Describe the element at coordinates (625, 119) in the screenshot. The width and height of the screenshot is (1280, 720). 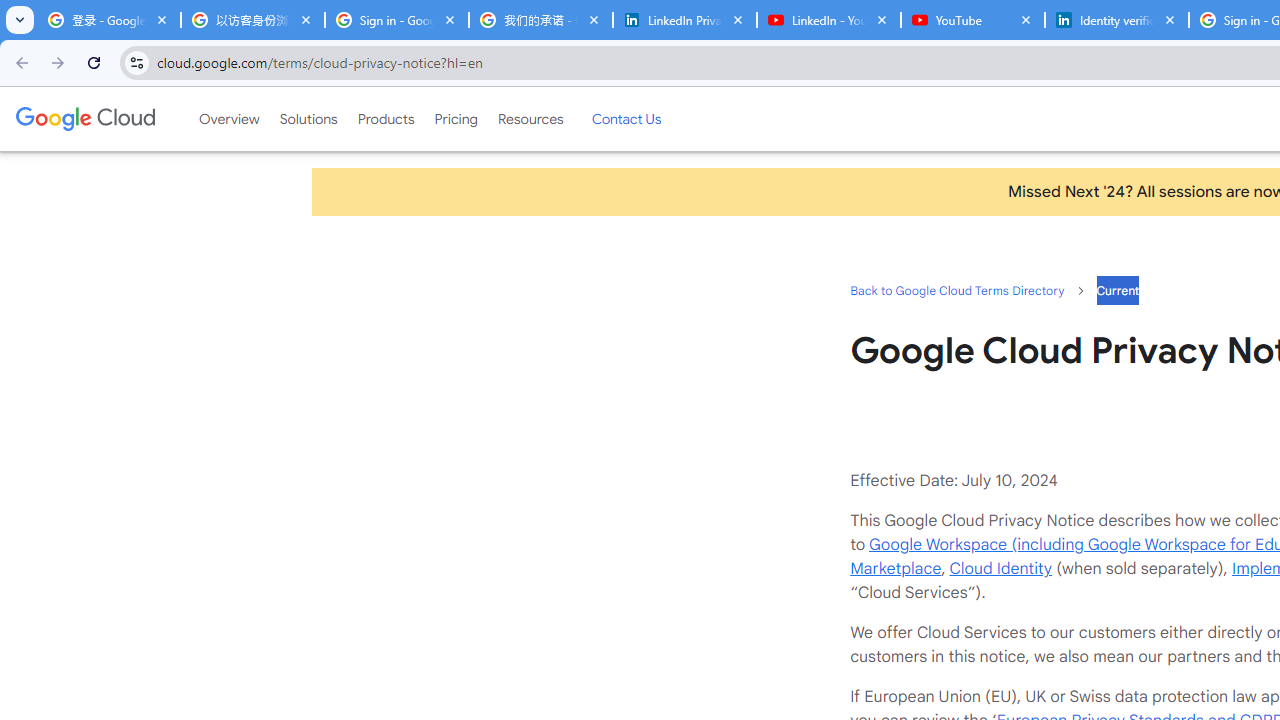
I see `'Contact Us'` at that location.